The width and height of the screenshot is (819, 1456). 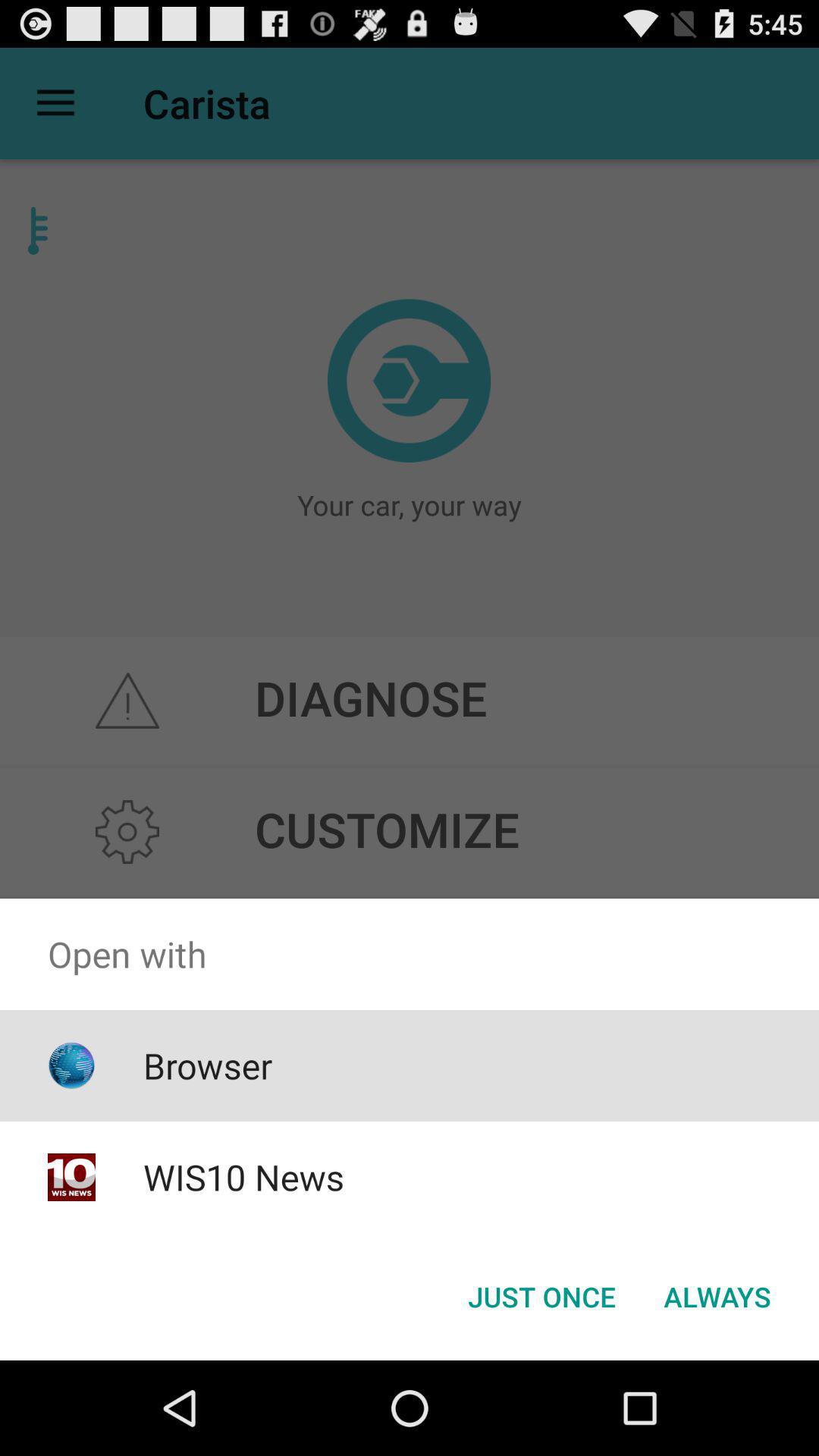 What do you see at coordinates (541, 1295) in the screenshot?
I see `the icon at the bottom` at bounding box center [541, 1295].